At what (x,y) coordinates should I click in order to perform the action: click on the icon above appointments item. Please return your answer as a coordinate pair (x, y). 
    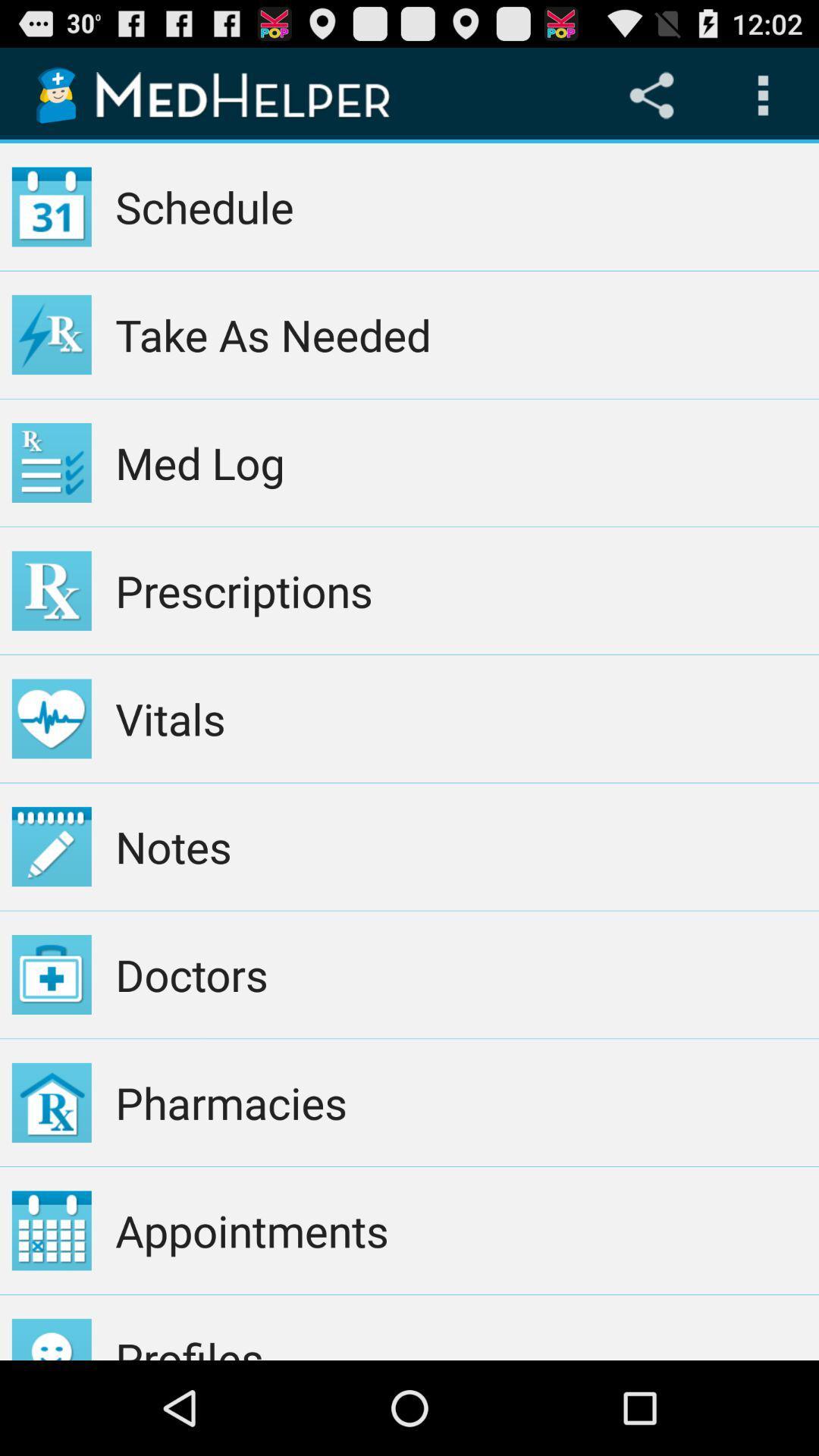
    Looking at the image, I should click on (460, 1103).